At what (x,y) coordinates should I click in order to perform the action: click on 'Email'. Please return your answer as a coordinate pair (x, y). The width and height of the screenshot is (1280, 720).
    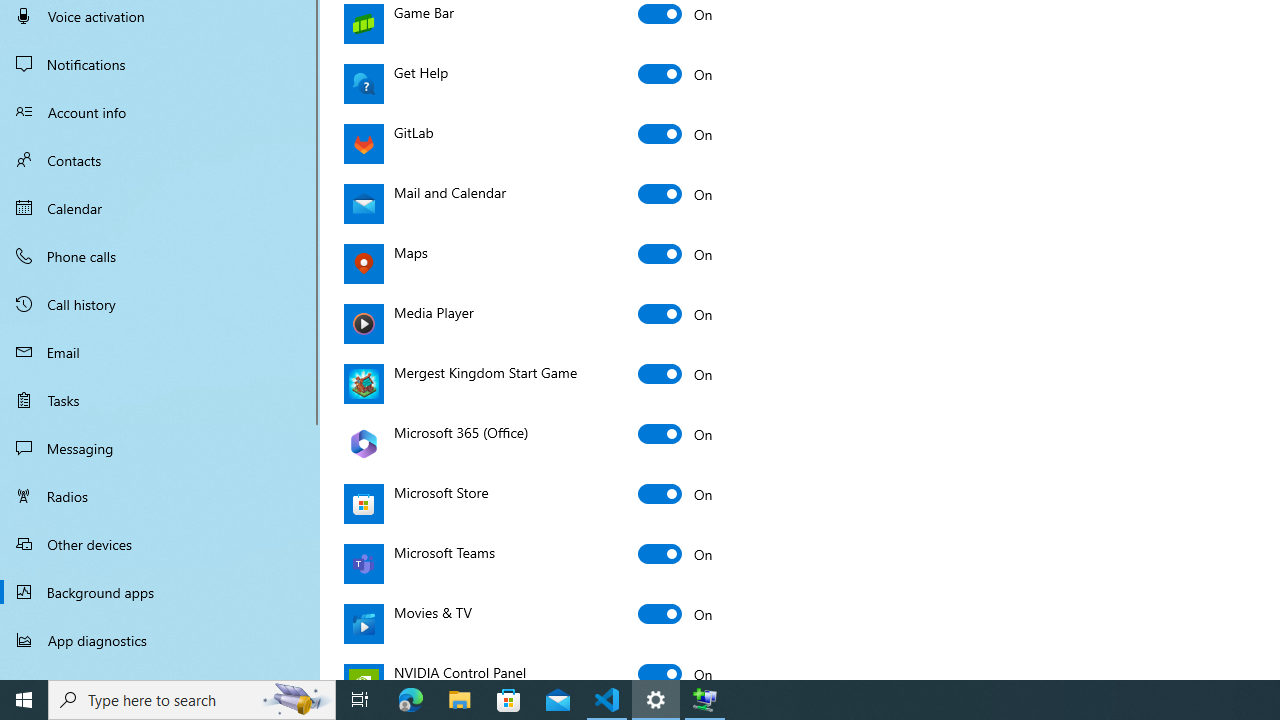
    Looking at the image, I should click on (160, 351).